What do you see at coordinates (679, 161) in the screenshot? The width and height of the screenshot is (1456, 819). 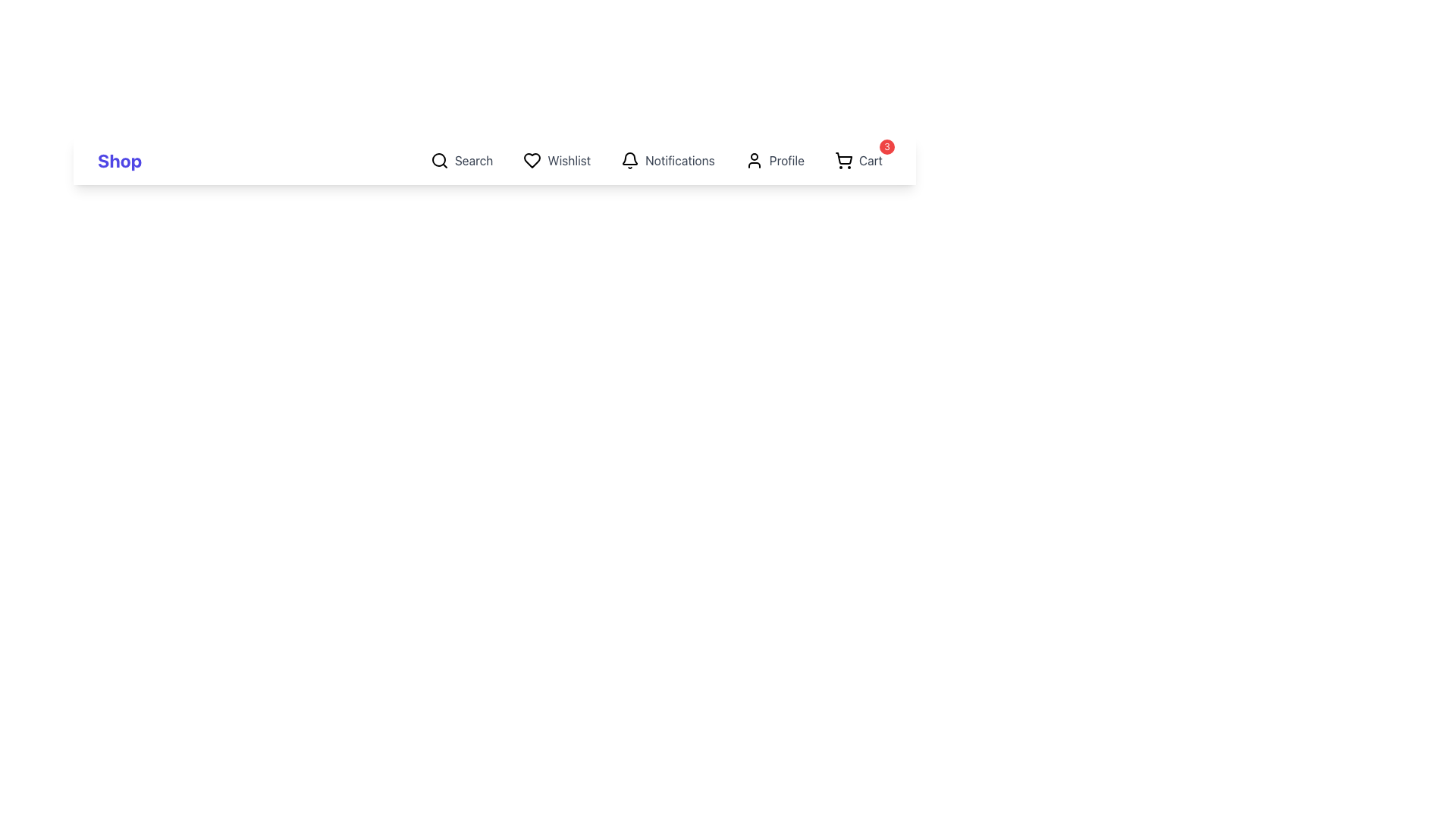 I see `the text label that provides context for the notifications feature, located to the right of the bell icon in the top navigation bar` at bounding box center [679, 161].